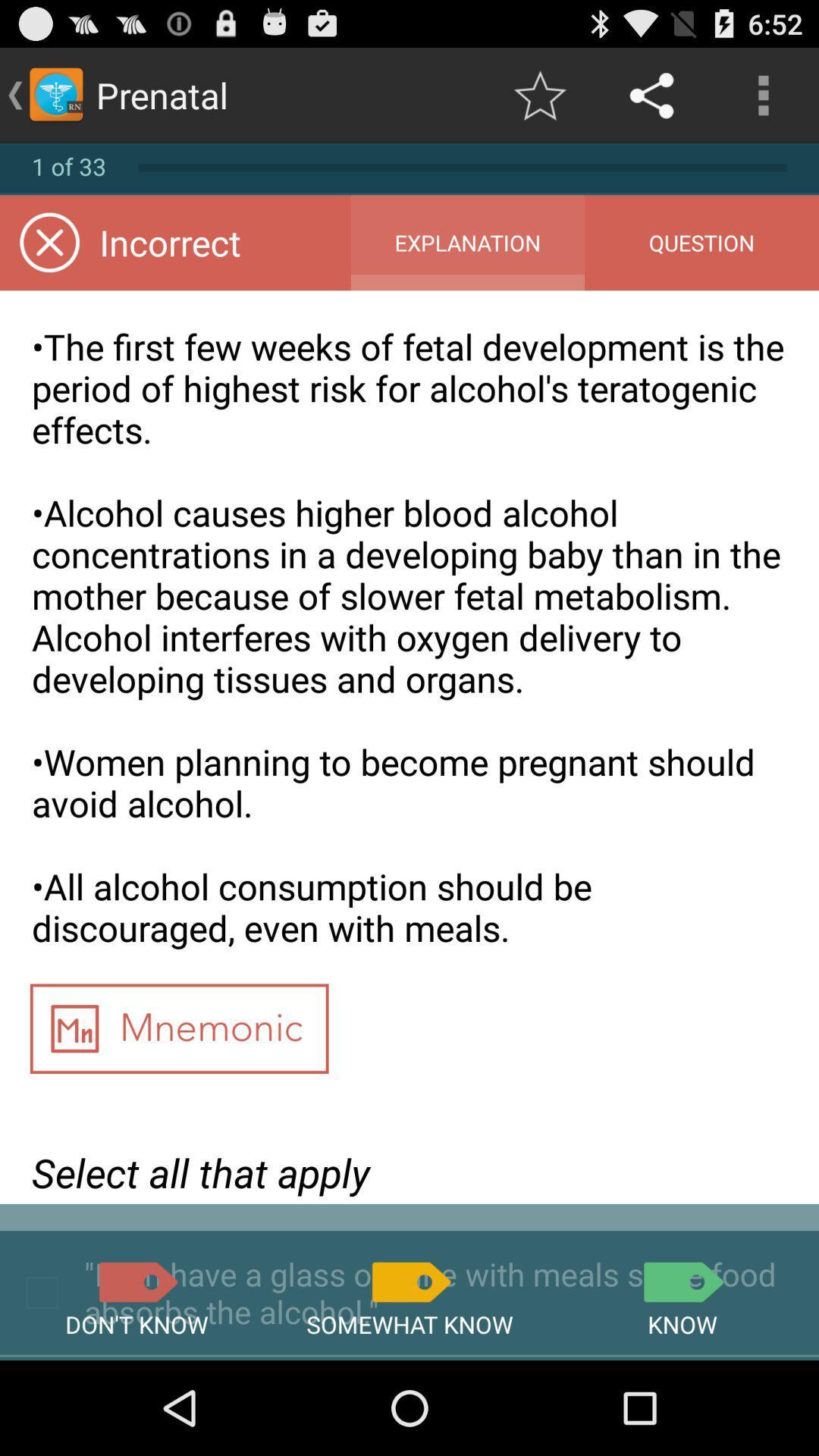 The image size is (819, 1456). Describe the element at coordinates (466, 243) in the screenshot. I see `the app to the right of the incorrect app` at that location.